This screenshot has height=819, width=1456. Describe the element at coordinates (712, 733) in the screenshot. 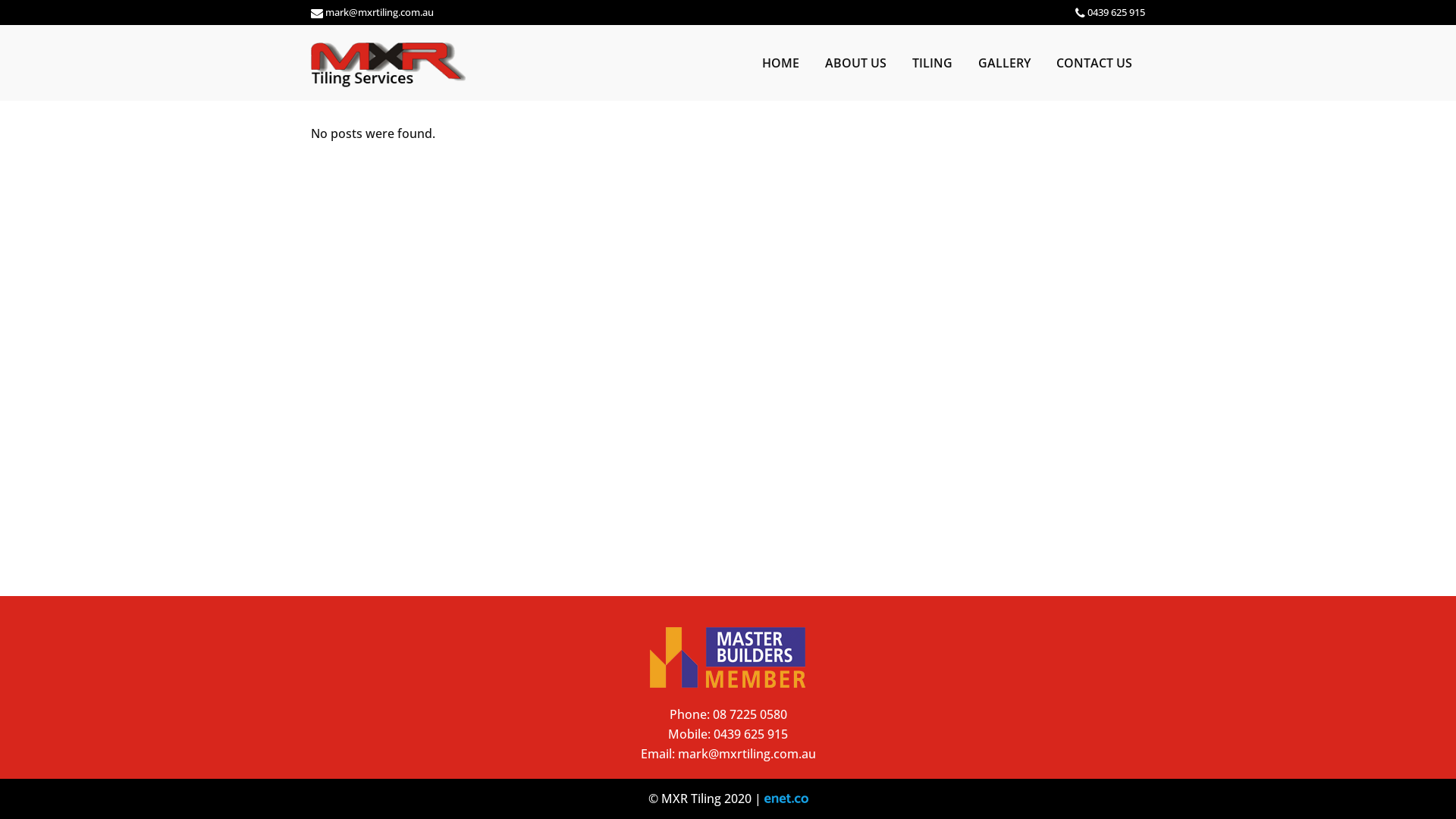

I see `'0439 625 915'` at that location.